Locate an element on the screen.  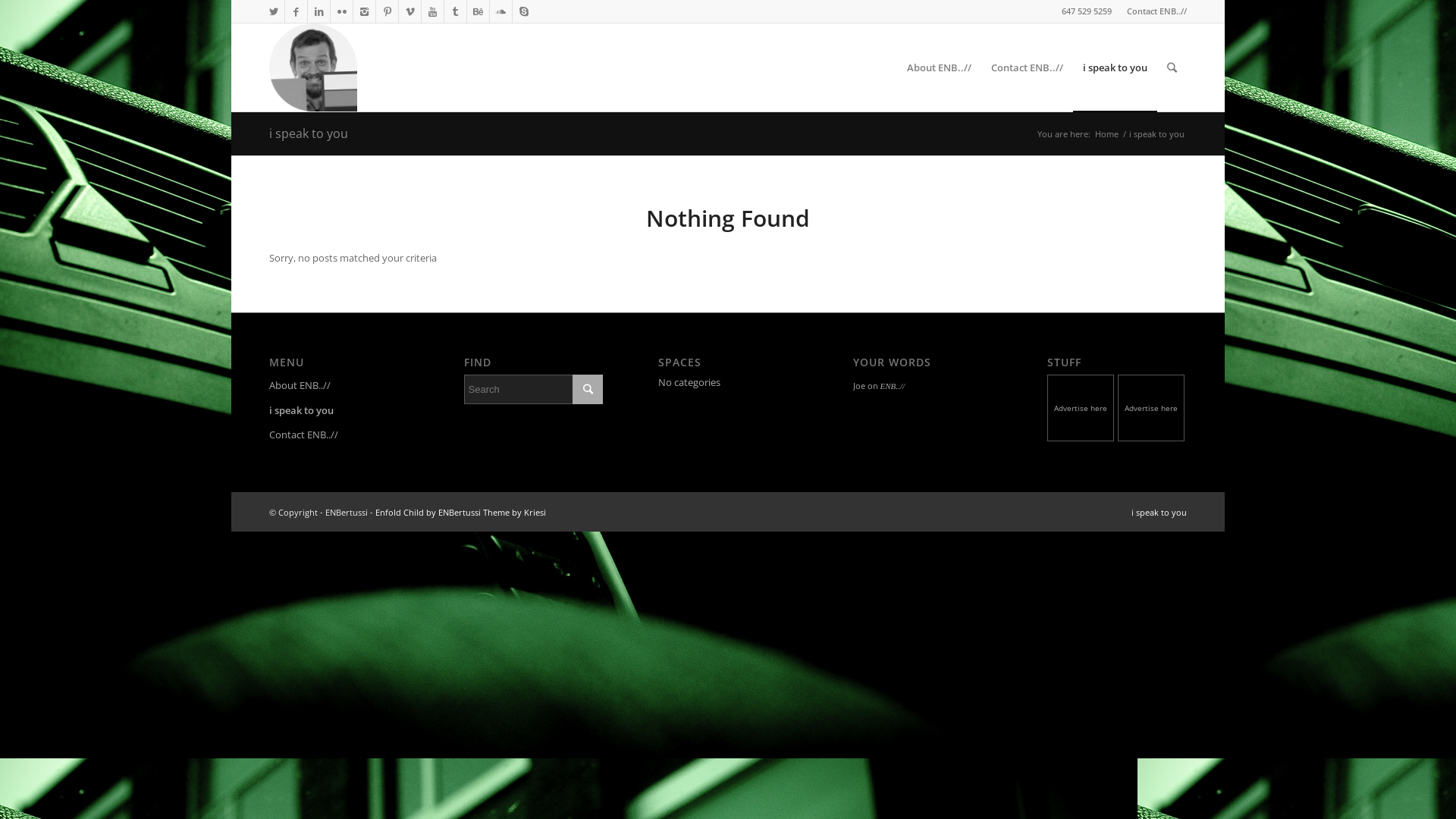
'Contact ENB..//' is located at coordinates (1156, 11).